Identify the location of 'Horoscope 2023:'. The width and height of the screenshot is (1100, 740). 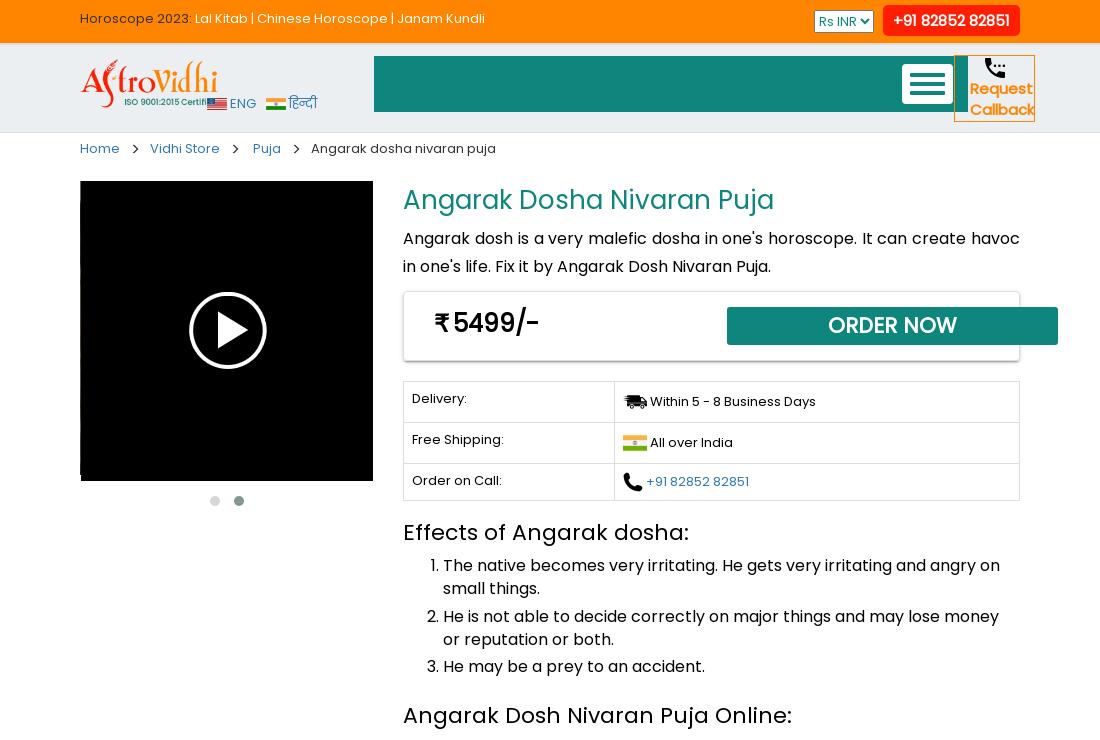
(137, 17).